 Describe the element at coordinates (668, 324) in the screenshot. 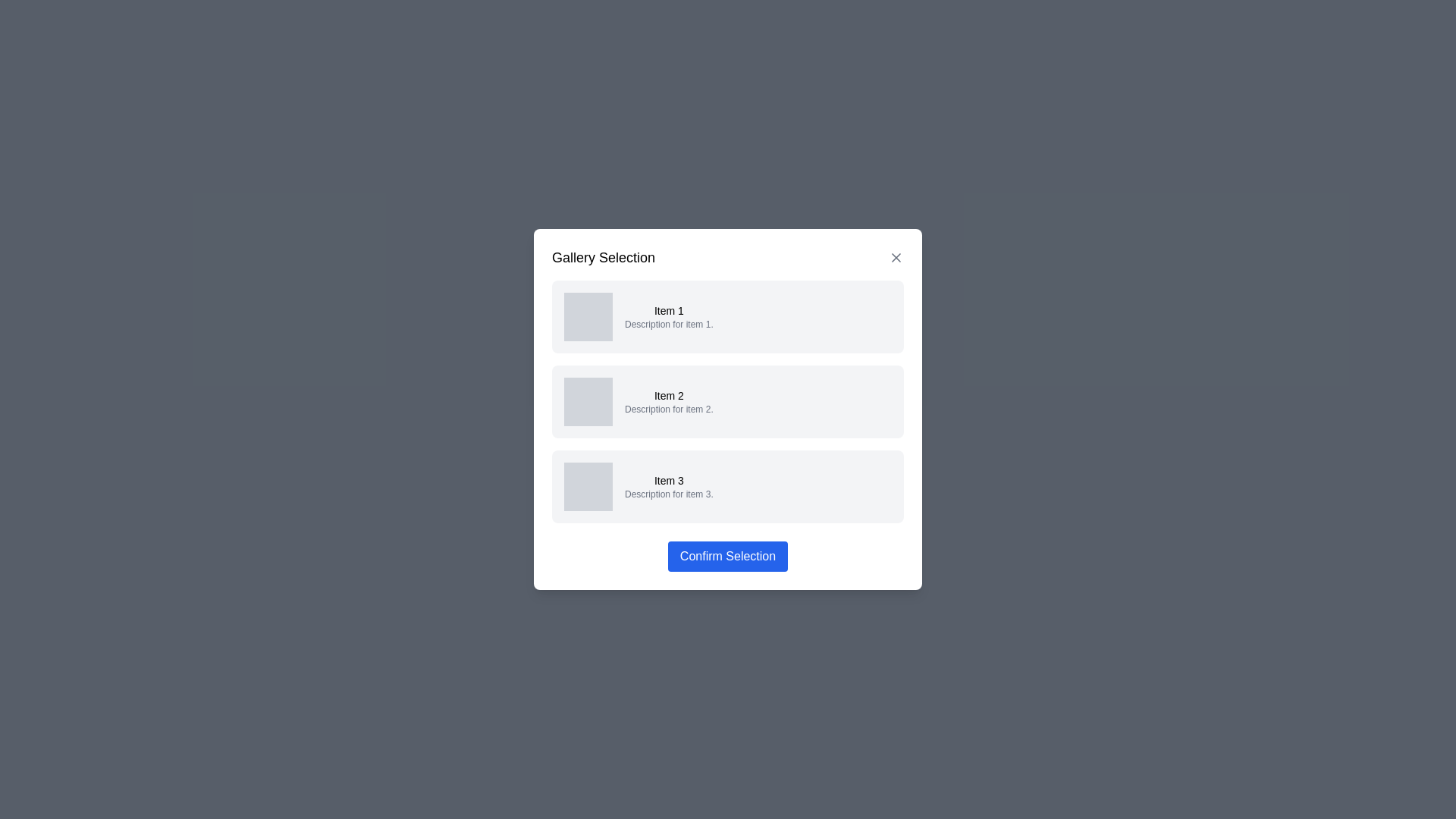

I see `the text label providing supplementary description for 'Item 1', located directly underneath the title in the vertical list` at that location.